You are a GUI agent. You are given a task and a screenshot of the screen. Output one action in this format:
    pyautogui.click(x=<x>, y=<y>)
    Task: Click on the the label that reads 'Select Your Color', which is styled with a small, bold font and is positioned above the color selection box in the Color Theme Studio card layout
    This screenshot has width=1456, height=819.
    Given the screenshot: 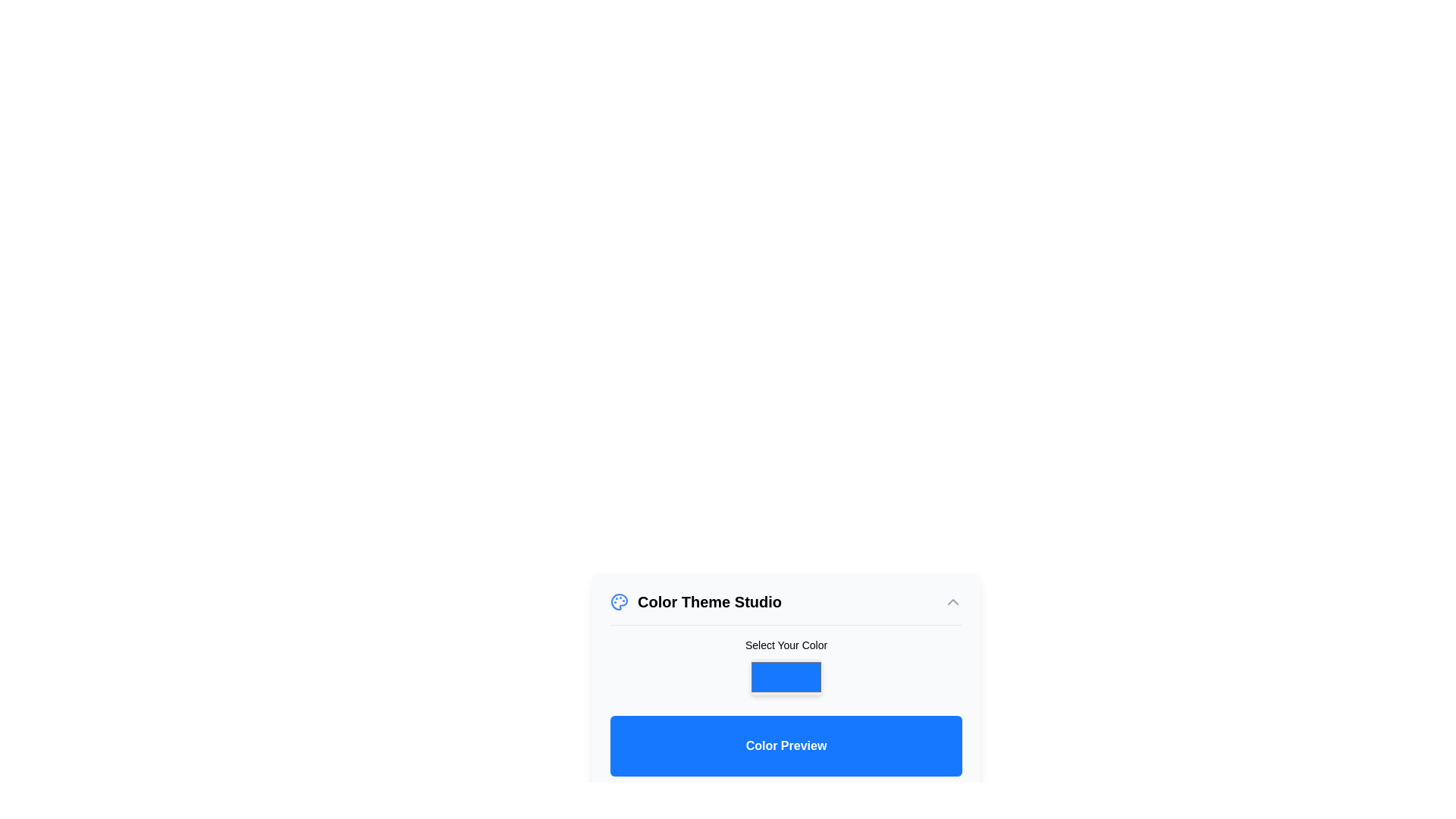 What is the action you would take?
    pyautogui.click(x=786, y=645)
    